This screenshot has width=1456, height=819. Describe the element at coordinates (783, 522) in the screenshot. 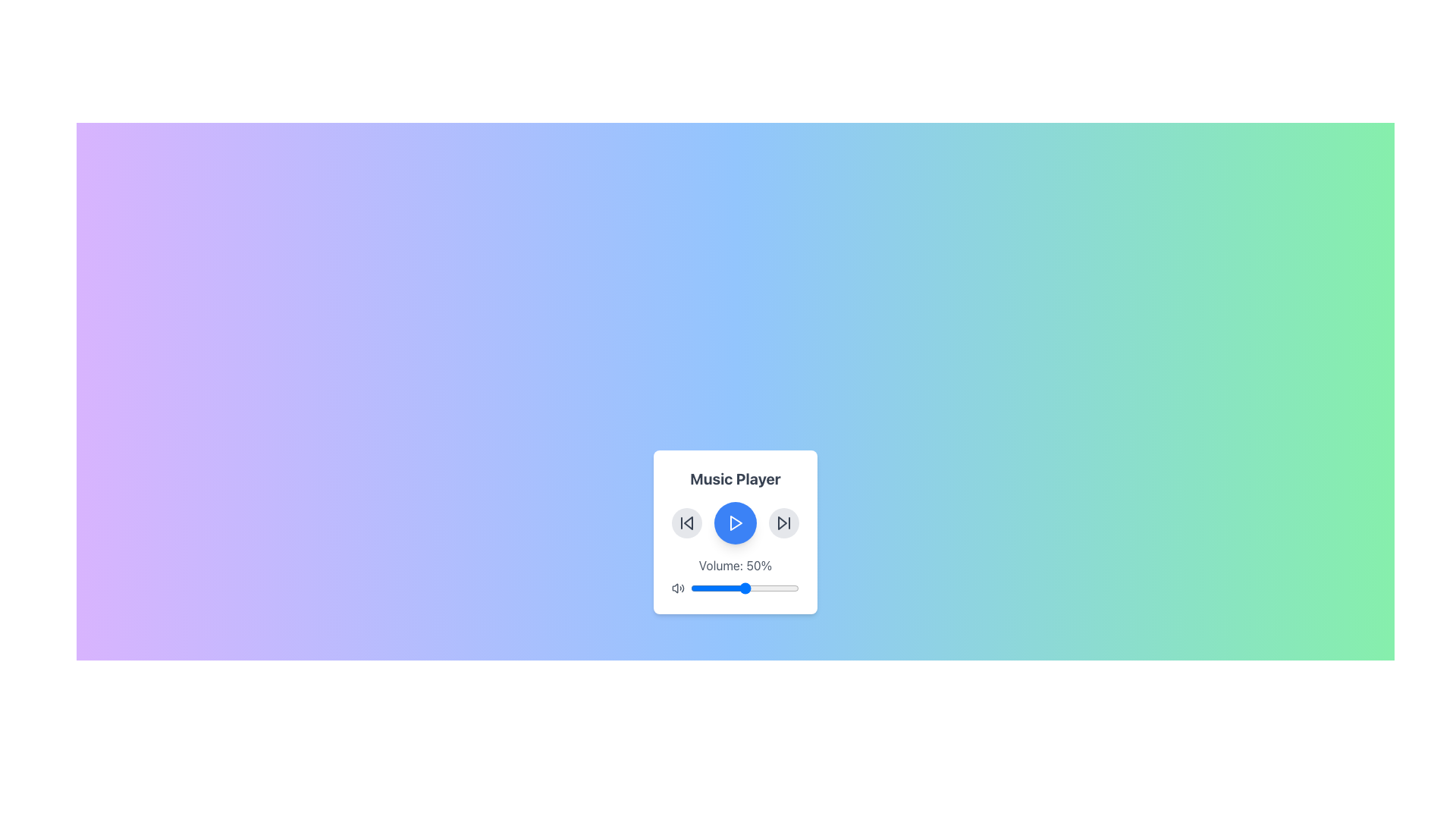

I see `the skip-forward button, which is a gray triangle icon followed by a vertical line, located to the right of the blue play button in the music player interface` at that location.